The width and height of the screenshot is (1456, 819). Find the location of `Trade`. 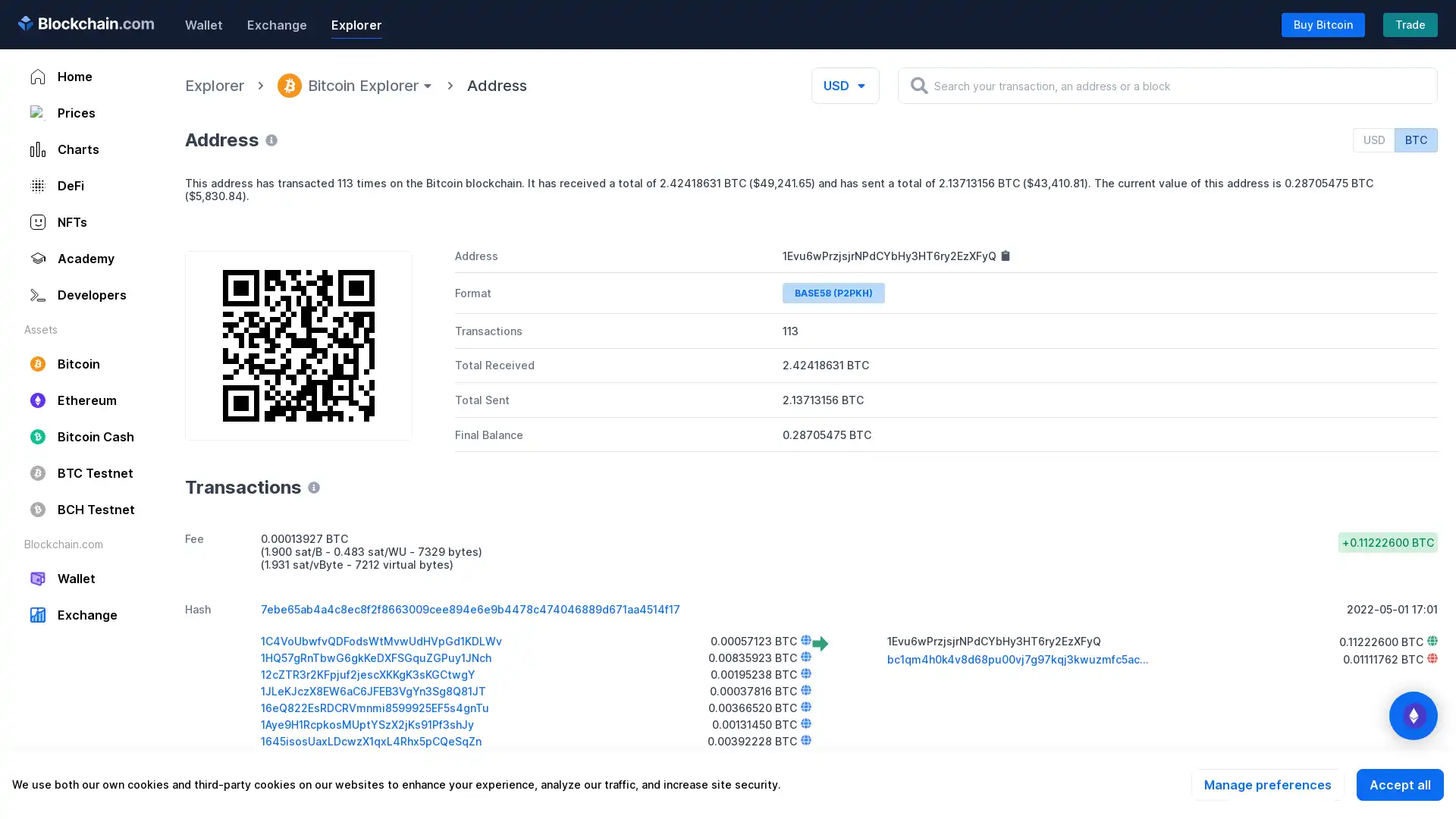

Trade is located at coordinates (1410, 24).